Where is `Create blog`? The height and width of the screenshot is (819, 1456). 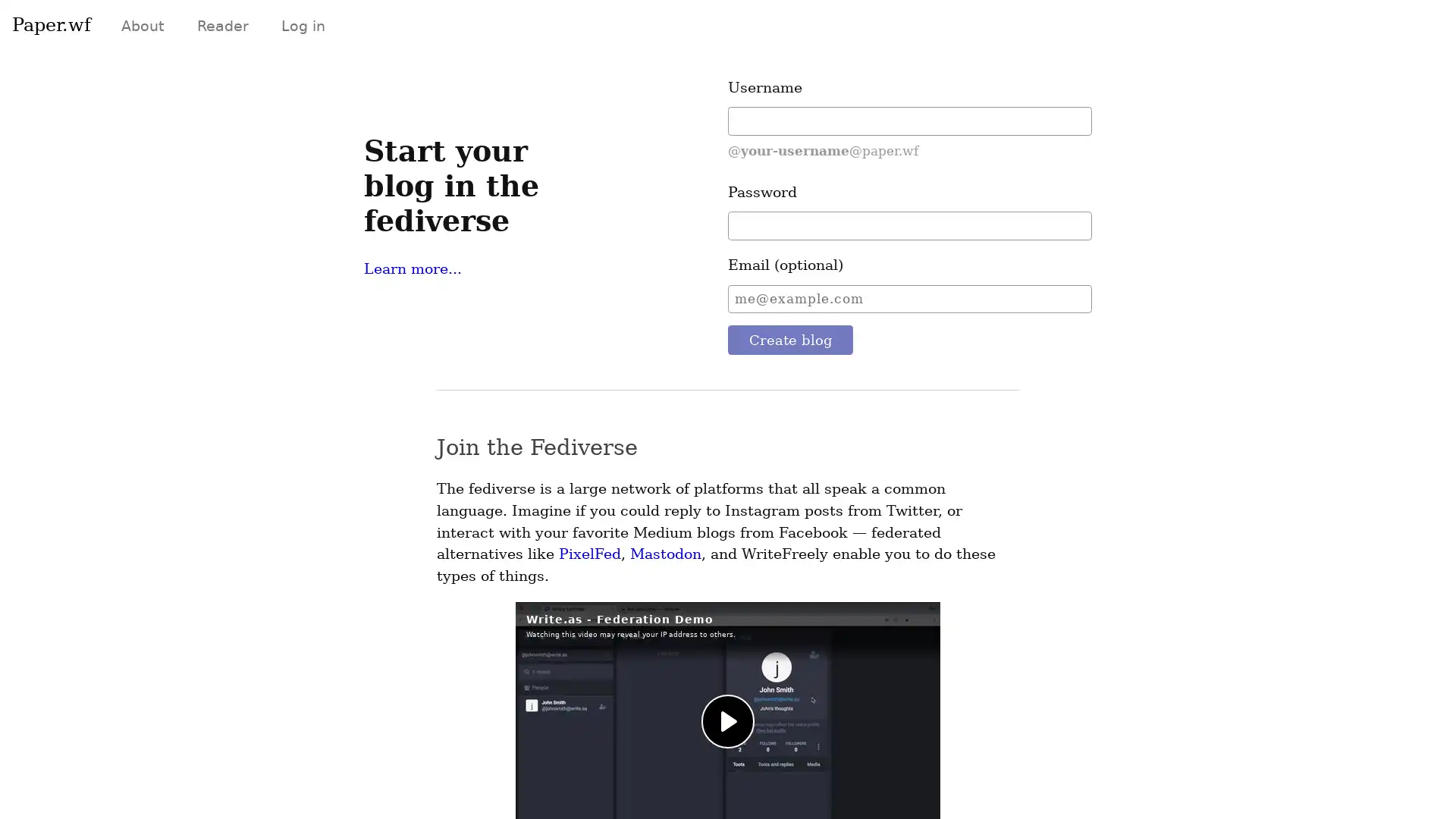
Create blog is located at coordinates (791, 341).